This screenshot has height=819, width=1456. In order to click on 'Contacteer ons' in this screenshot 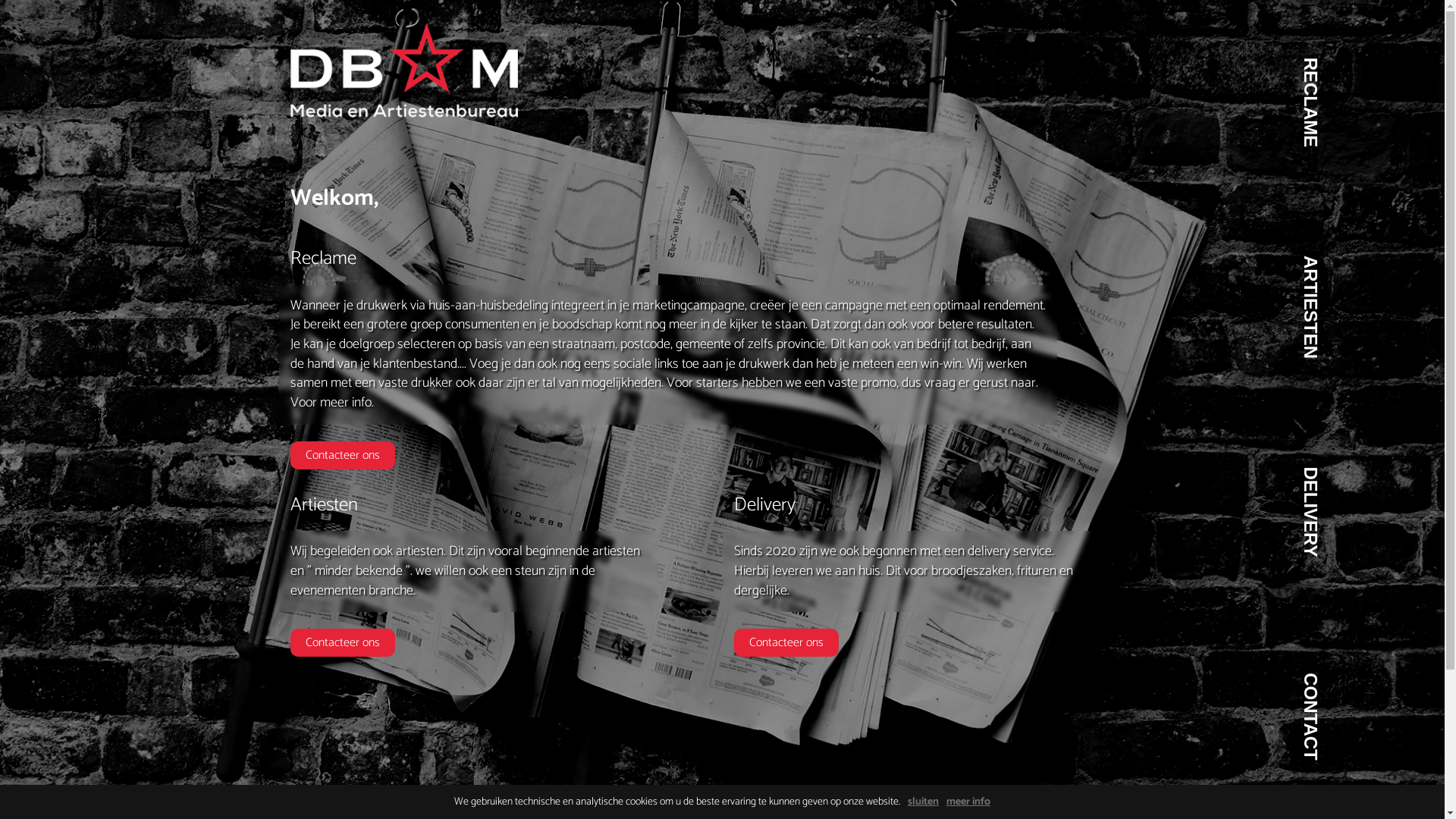, I will do `click(734, 642)`.